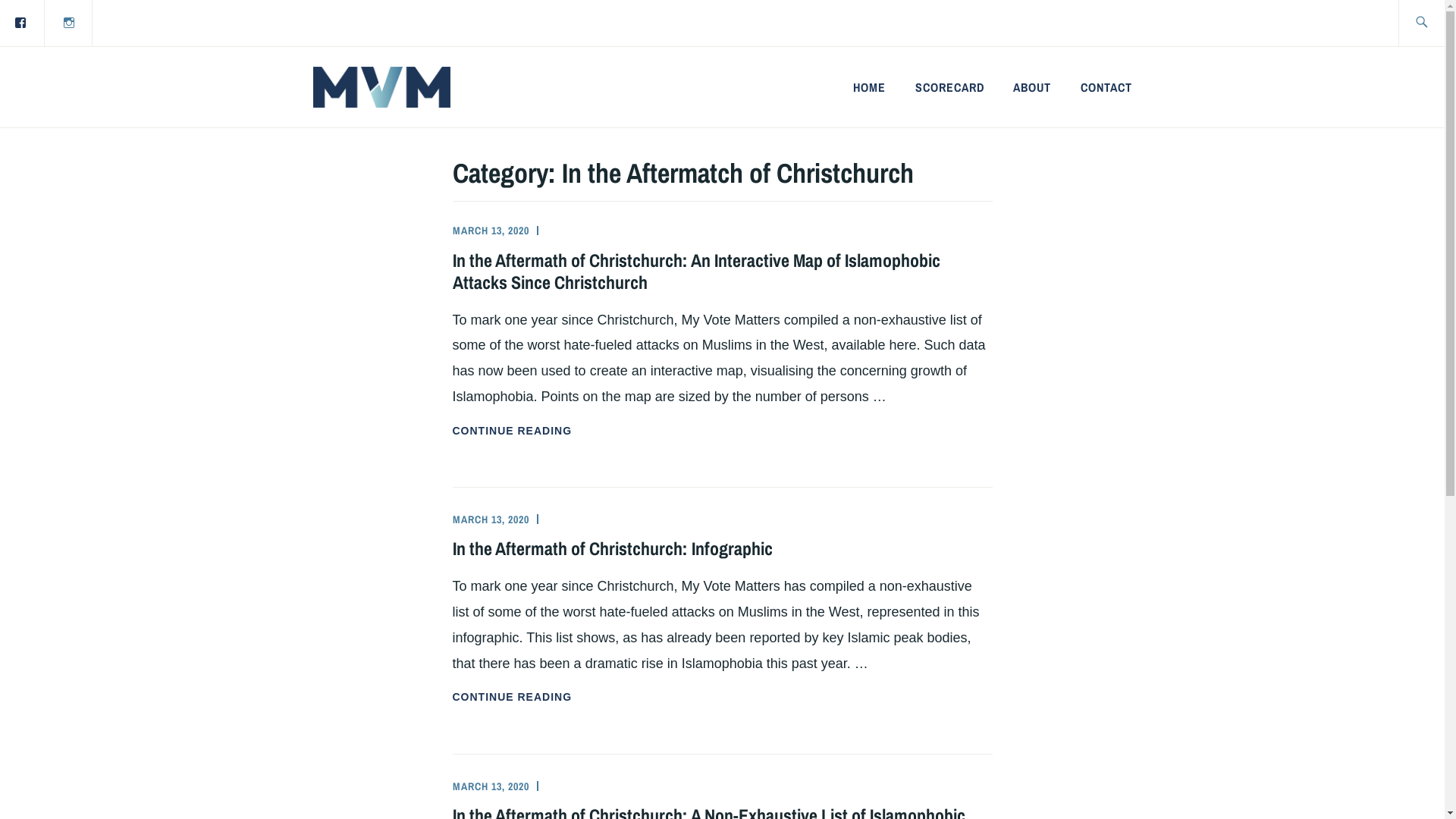  Describe the element at coordinates (1437, 23) in the screenshot. I see `'Search for:'` at that location.